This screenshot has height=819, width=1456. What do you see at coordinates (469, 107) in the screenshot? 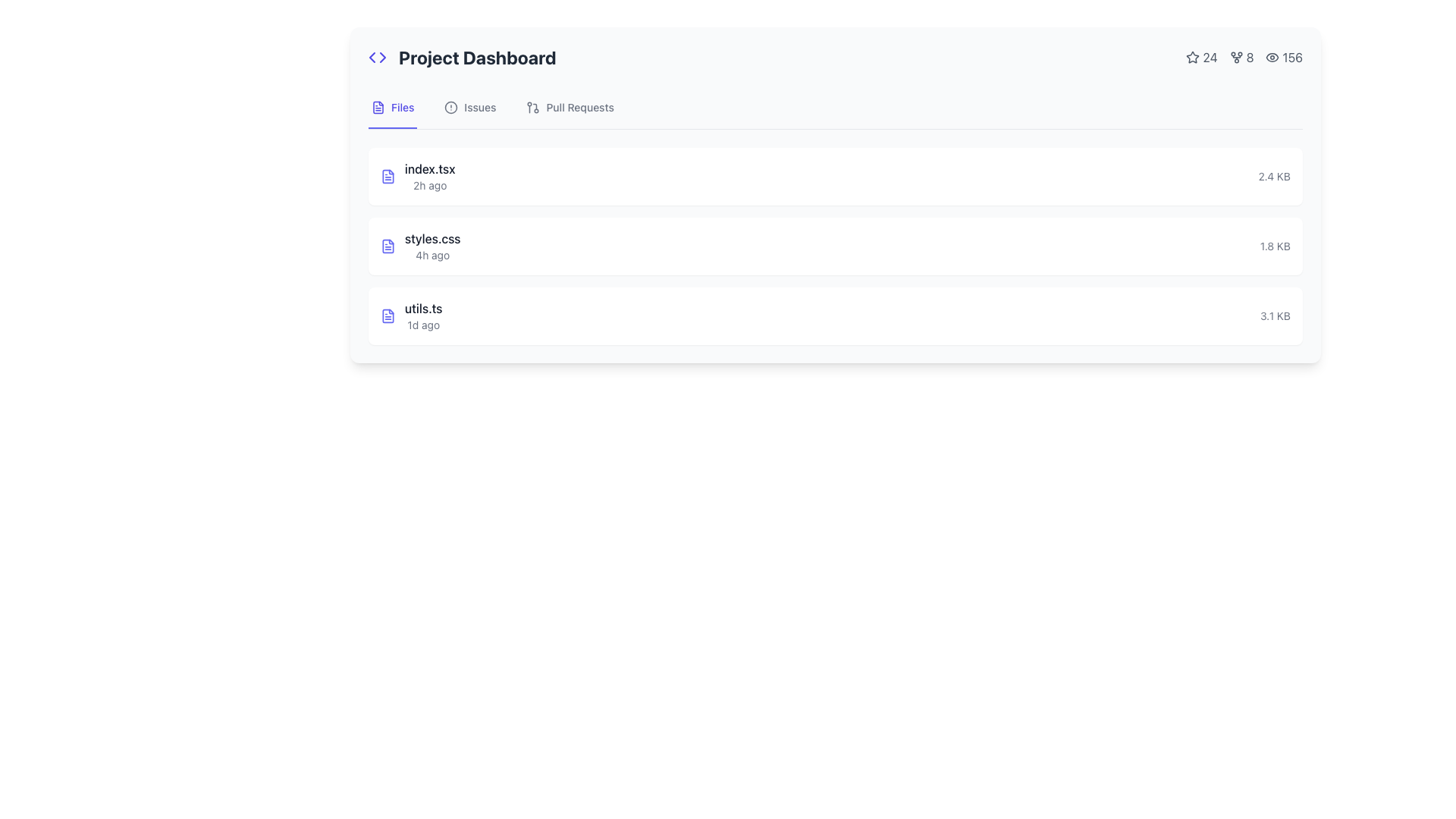
I see `the second tab in the horizontal navigation bar on the dashboard interface` at bounding box center [469, 107].